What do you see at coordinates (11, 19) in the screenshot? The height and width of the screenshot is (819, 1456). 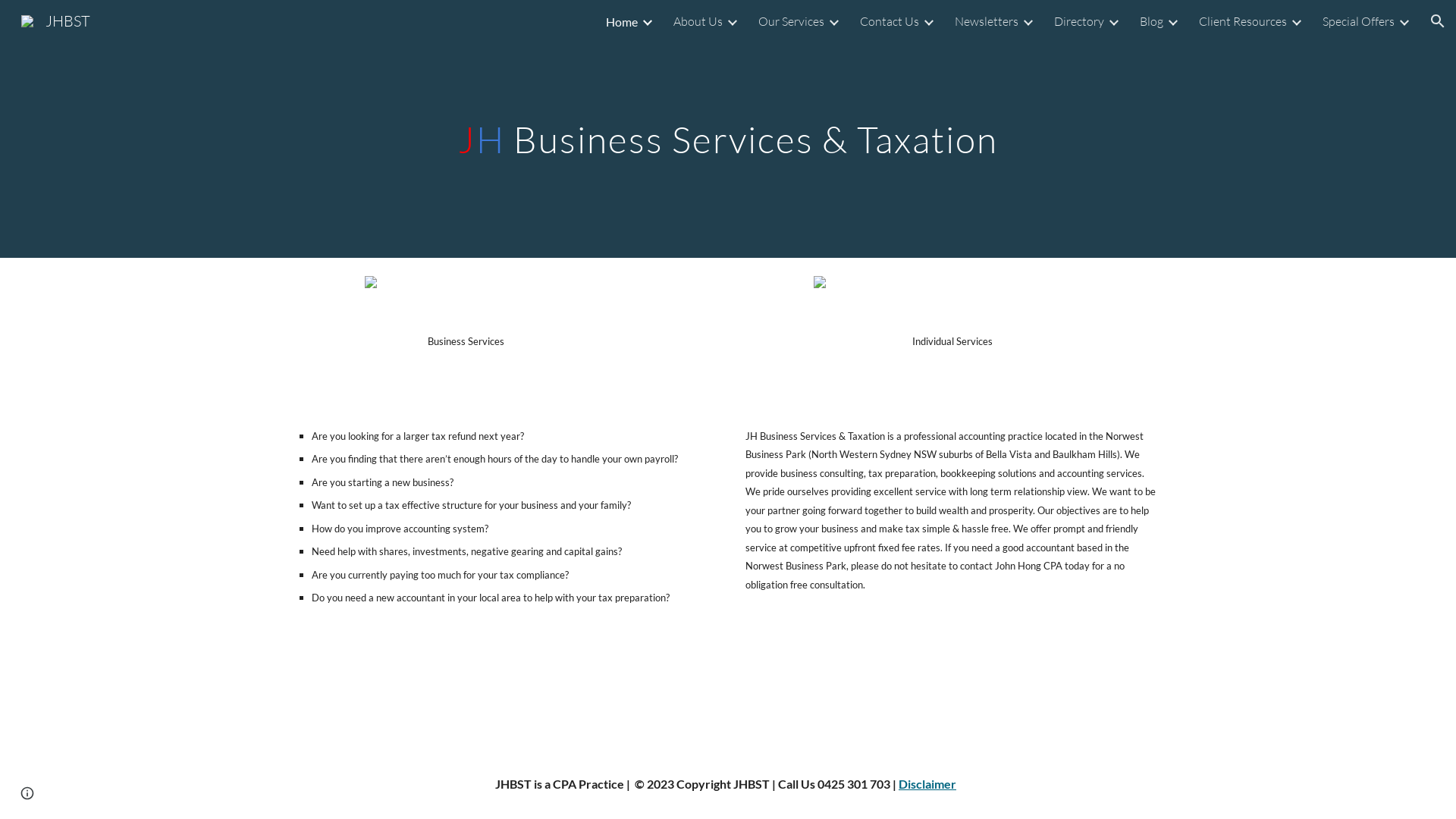 I see `'JHBST'` at bounding box center [11, 19].